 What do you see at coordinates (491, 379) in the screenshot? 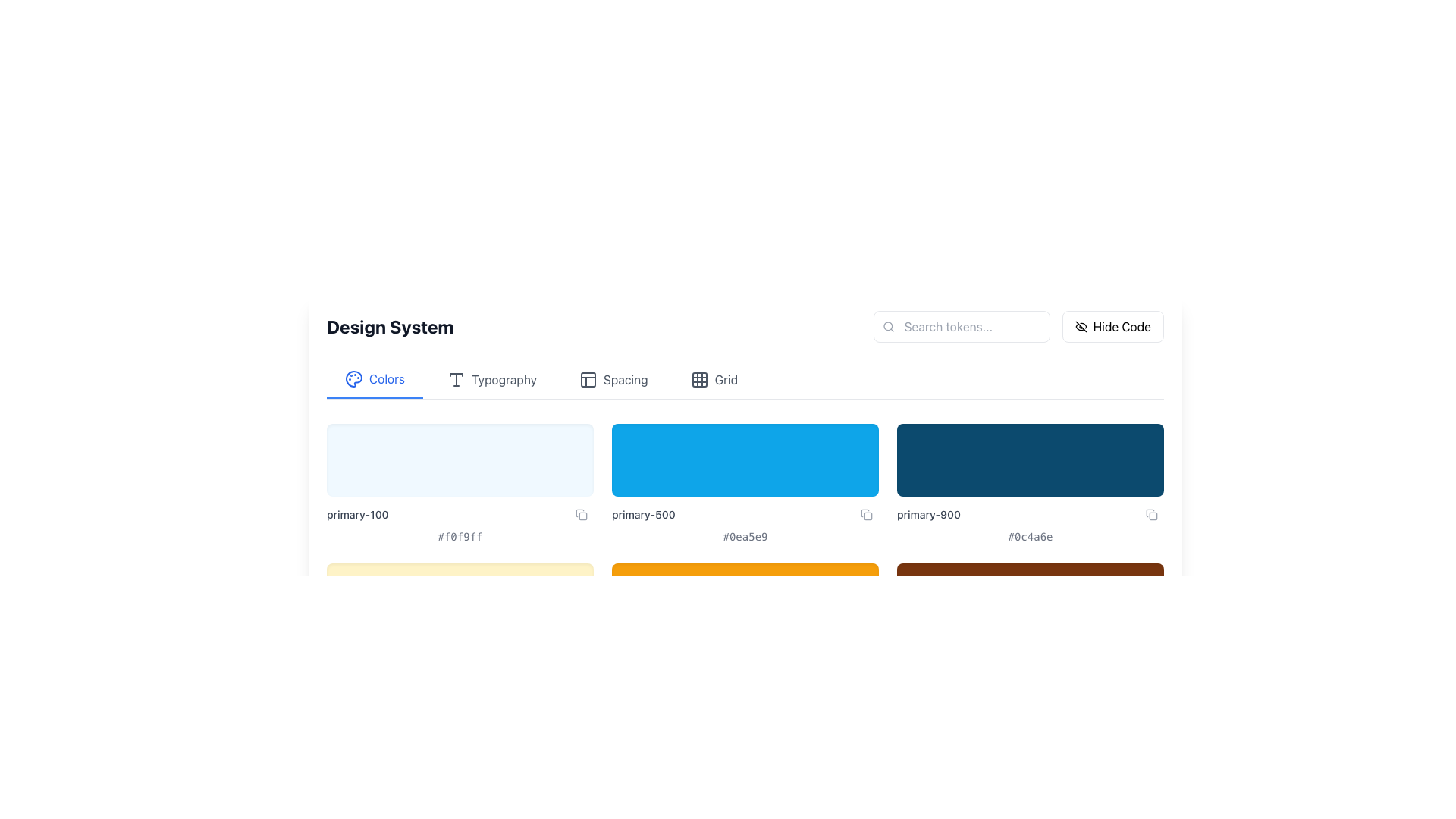
I see `the 'Typography' button, which is styled in gray and features a text icon` at bounding box center [491, 379].